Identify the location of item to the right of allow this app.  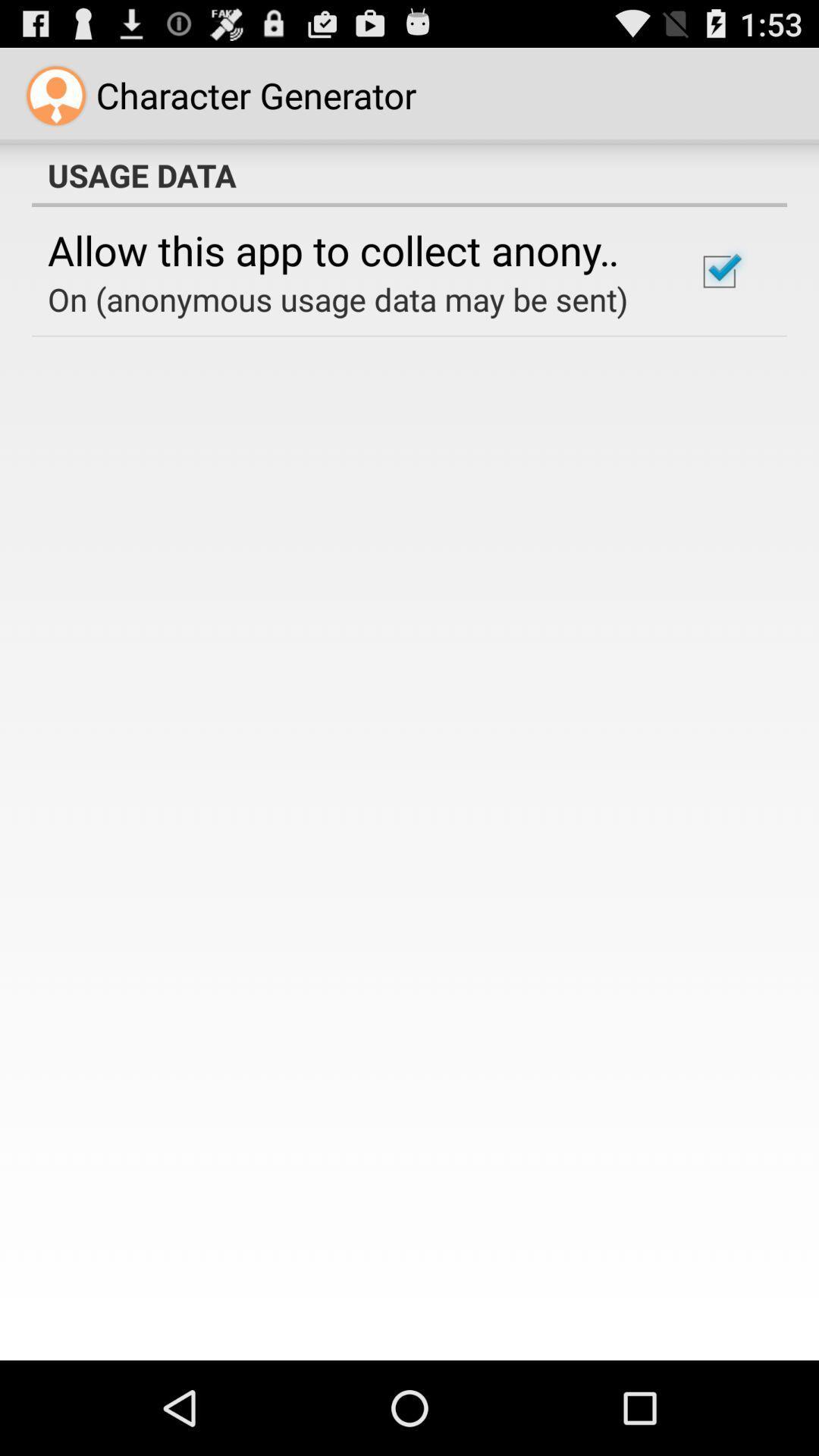
(718, 271).